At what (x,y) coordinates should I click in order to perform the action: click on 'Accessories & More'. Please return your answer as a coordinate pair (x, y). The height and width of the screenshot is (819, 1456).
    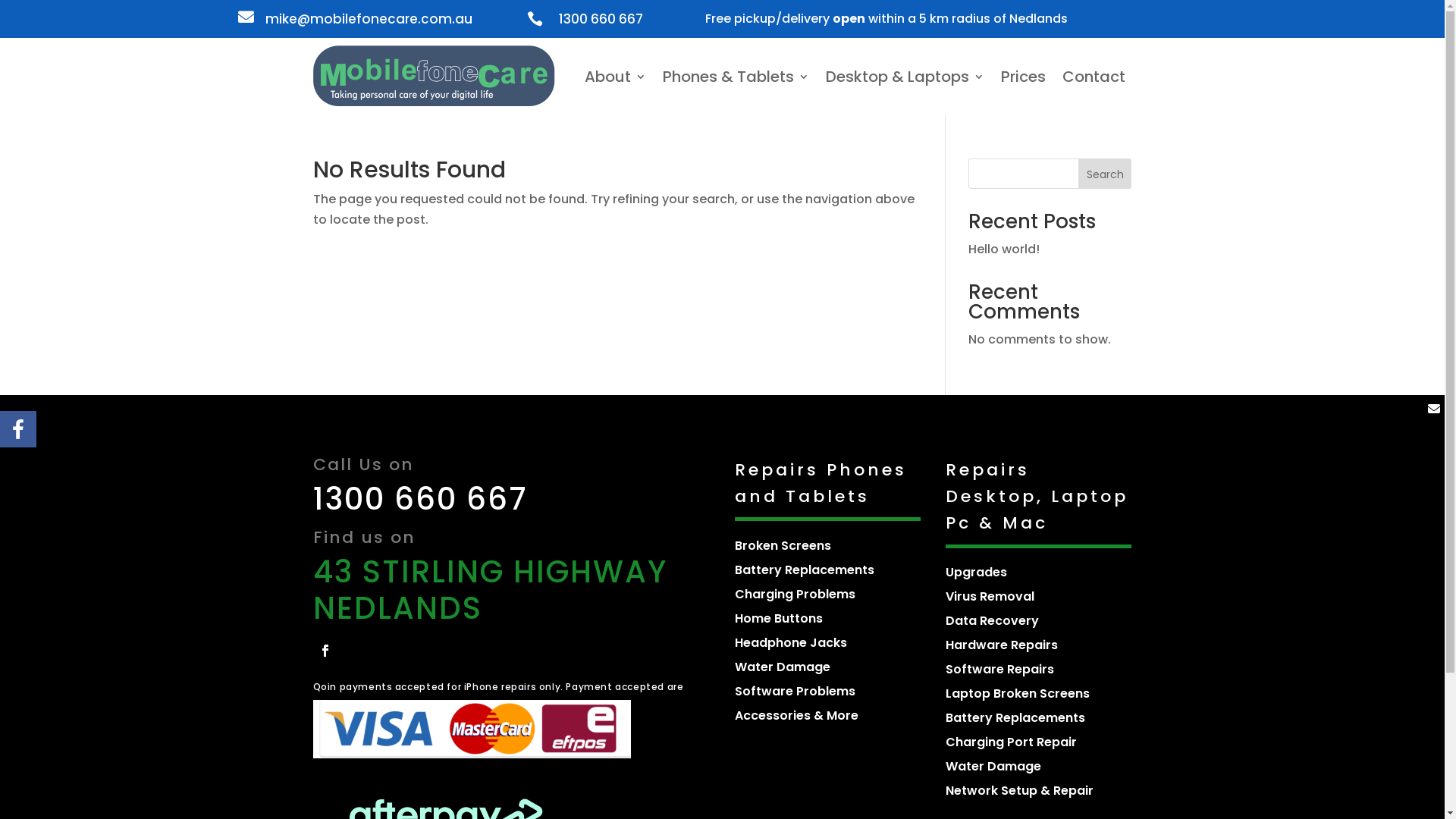
    Looking at the image, I should click on (735, 715).